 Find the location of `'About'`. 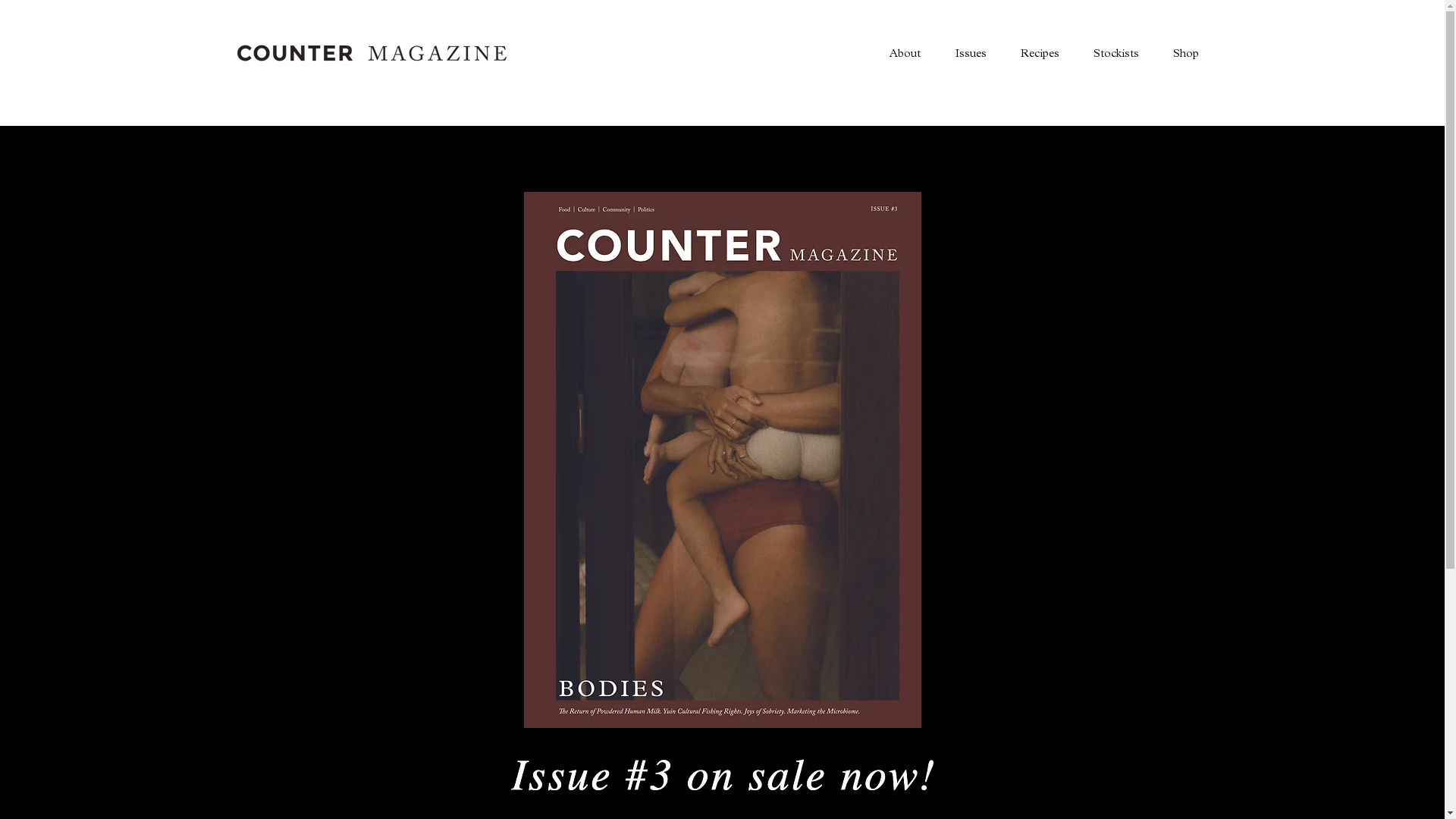

'About' is located at coordinates (872, 52).